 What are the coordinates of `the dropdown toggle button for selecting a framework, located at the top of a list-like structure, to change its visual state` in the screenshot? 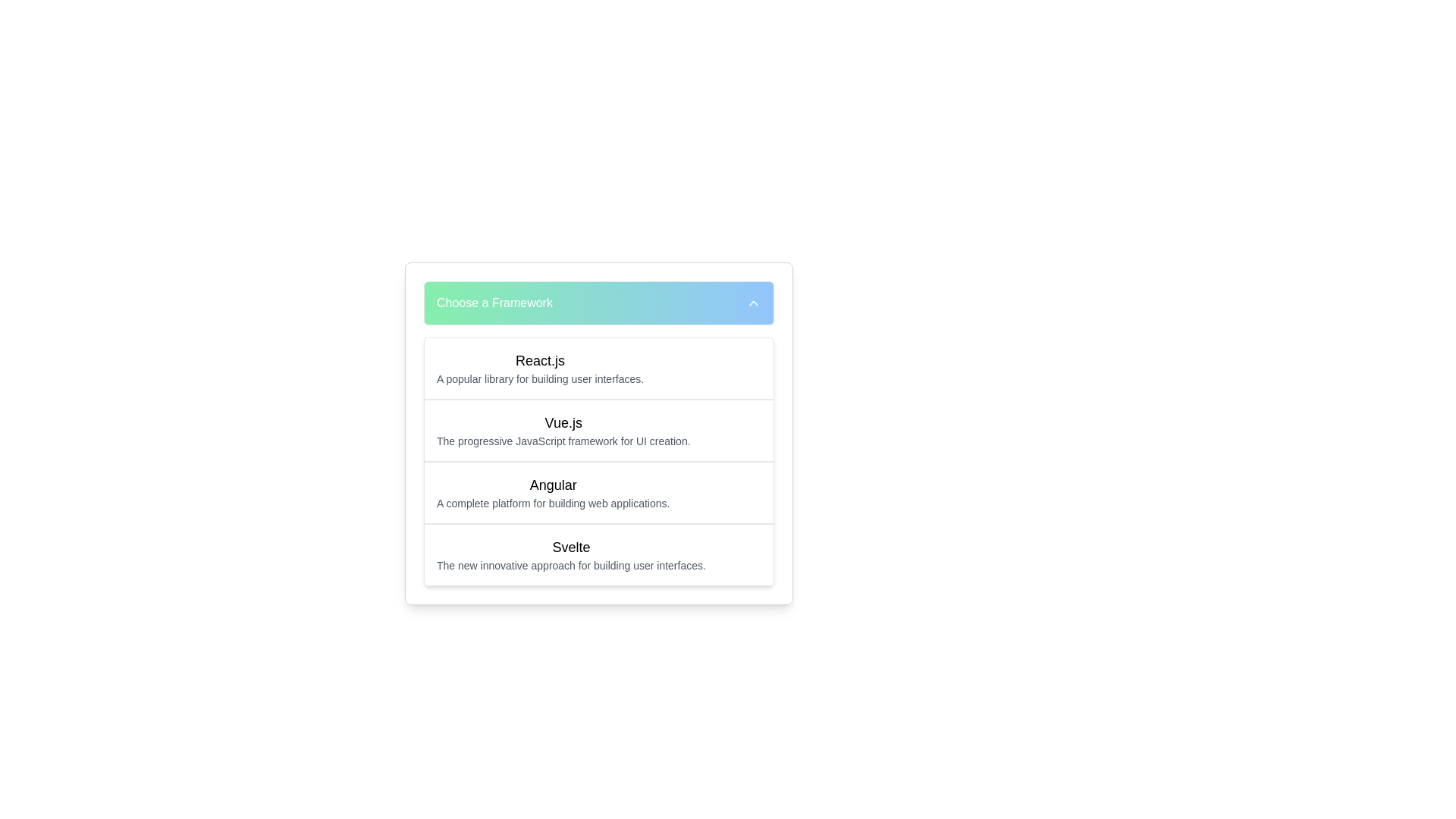 It's located at (598, 303).